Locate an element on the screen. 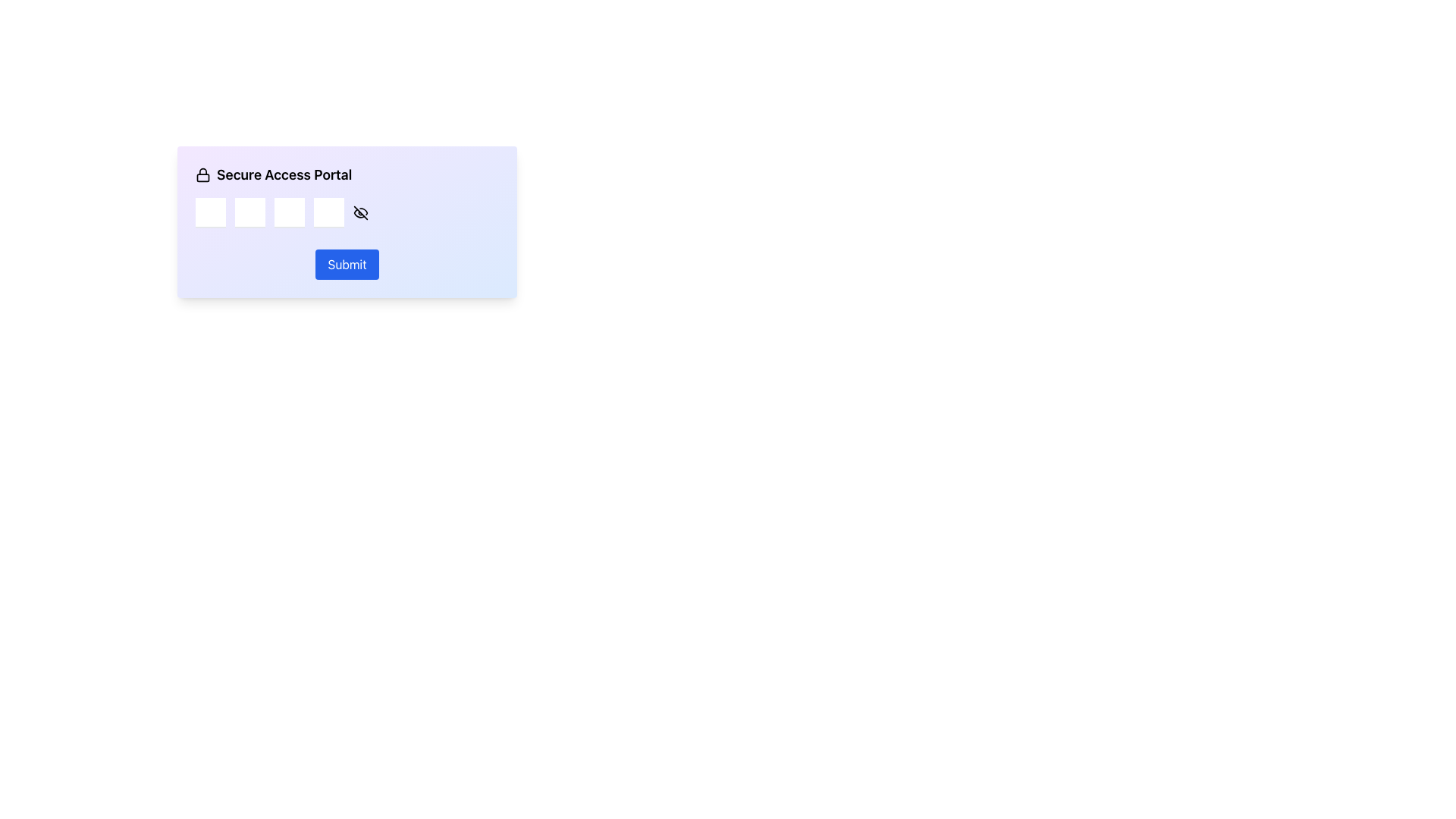 Image resolution: width=1456 pixels, height=819 pixels. the eye-shaped icon located to the right of the text input fields in the 'Secure Access Portal' dialog is located at coordinates (346, 213).